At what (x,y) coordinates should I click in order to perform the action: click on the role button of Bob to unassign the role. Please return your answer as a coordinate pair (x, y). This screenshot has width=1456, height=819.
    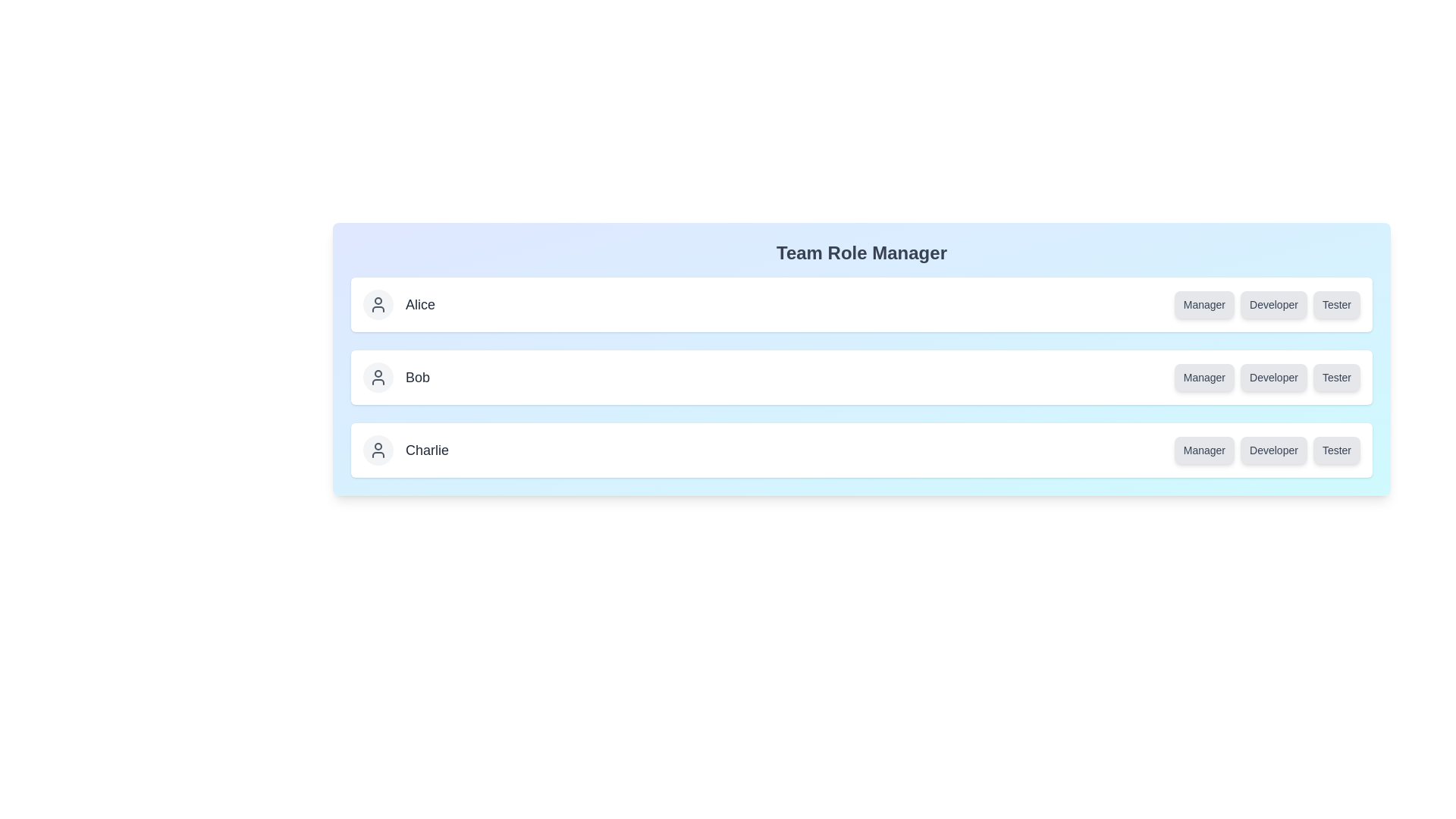
    Looking at the image, I should click on (1203, 376).